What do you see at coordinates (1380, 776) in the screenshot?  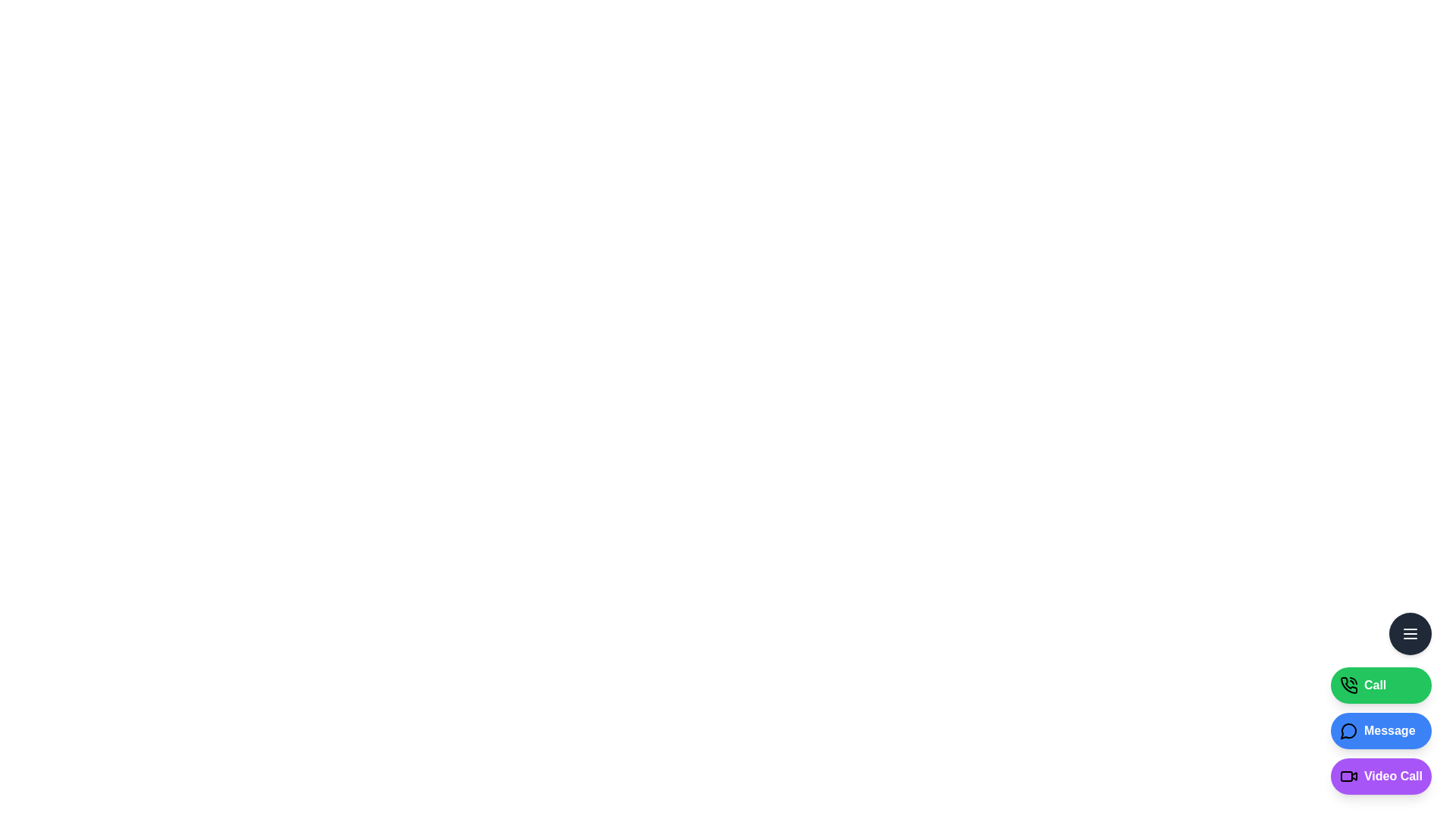 I see `the 'Video Call' button to initiate a video call` at bounding box center [1380, 776].